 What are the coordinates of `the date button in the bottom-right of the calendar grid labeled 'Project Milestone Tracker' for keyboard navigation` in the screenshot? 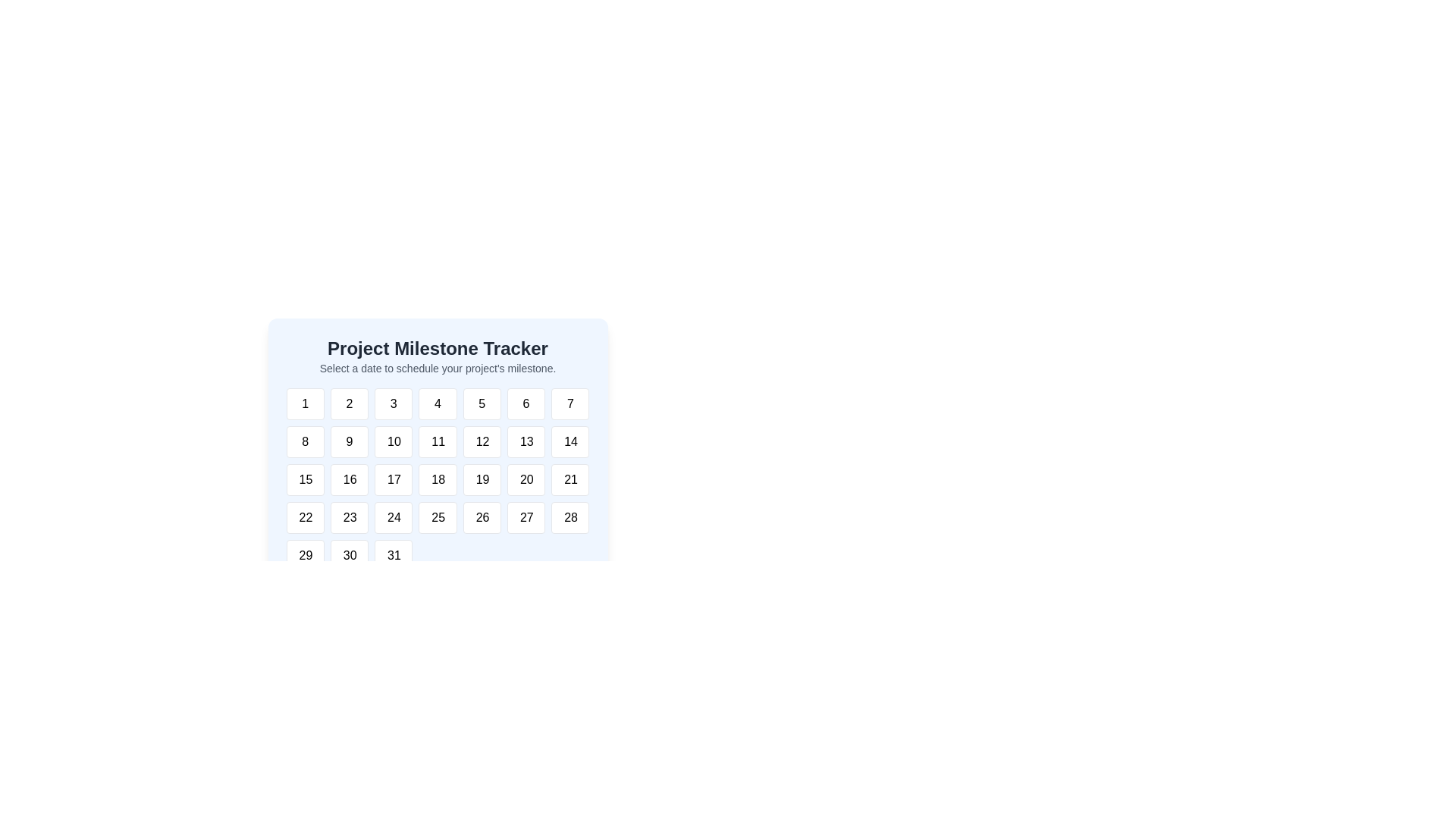 It's located at (570, 479).